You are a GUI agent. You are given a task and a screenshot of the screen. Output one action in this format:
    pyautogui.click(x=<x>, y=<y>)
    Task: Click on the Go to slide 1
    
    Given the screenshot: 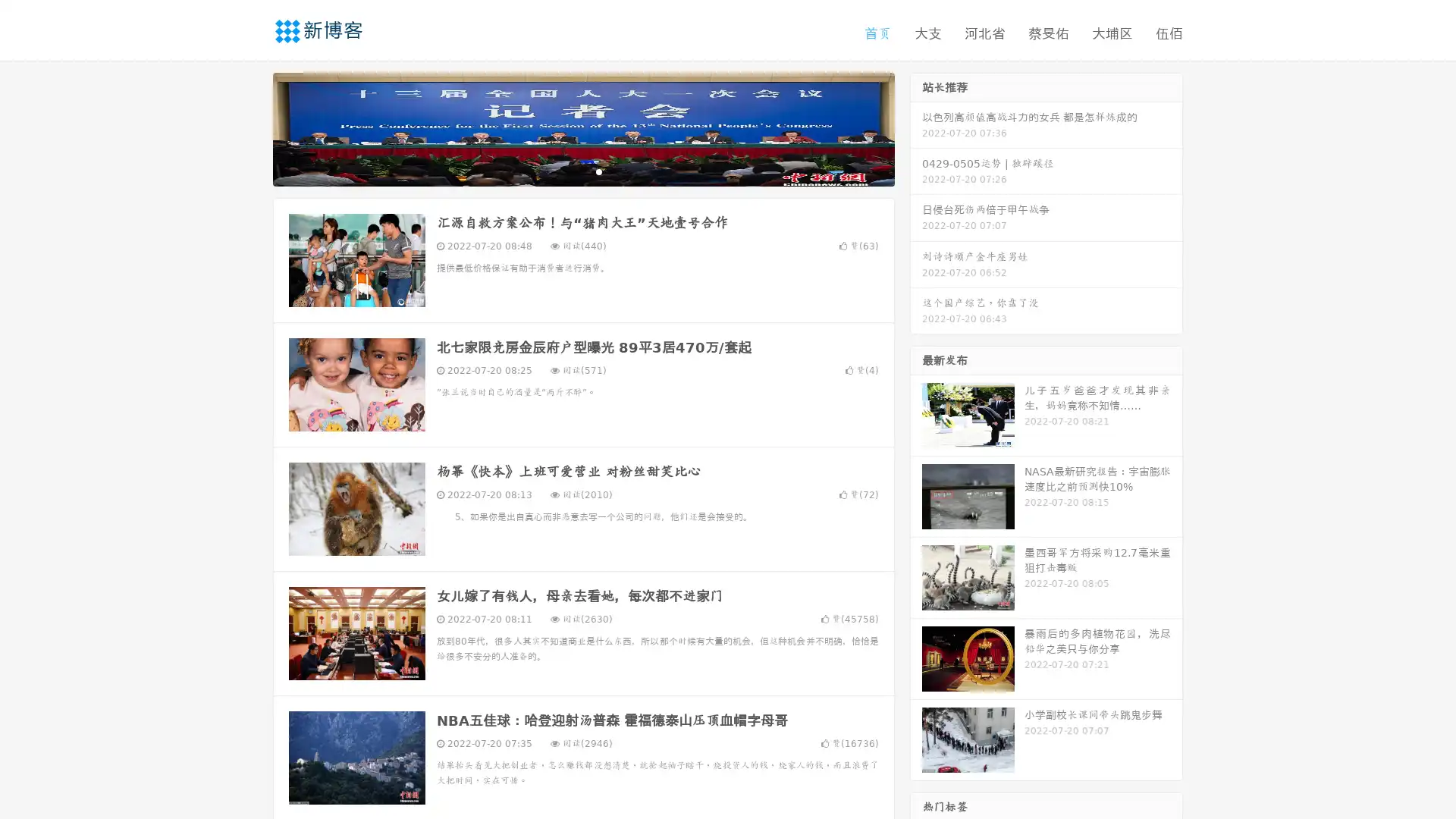 What is the action you would take?
    pyautogui.click(x=567, y=171)
    